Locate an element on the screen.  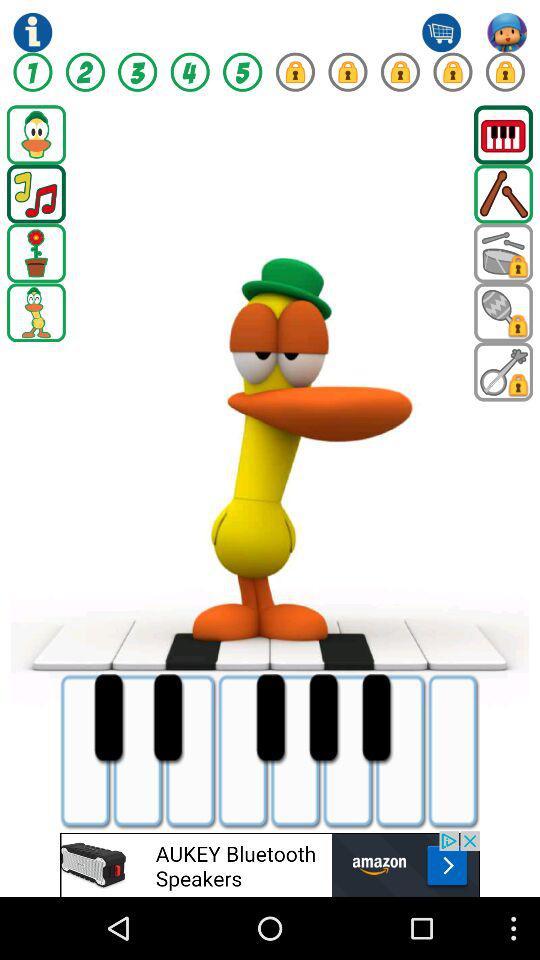
numbers symbol is located at coordinates (31, 72).